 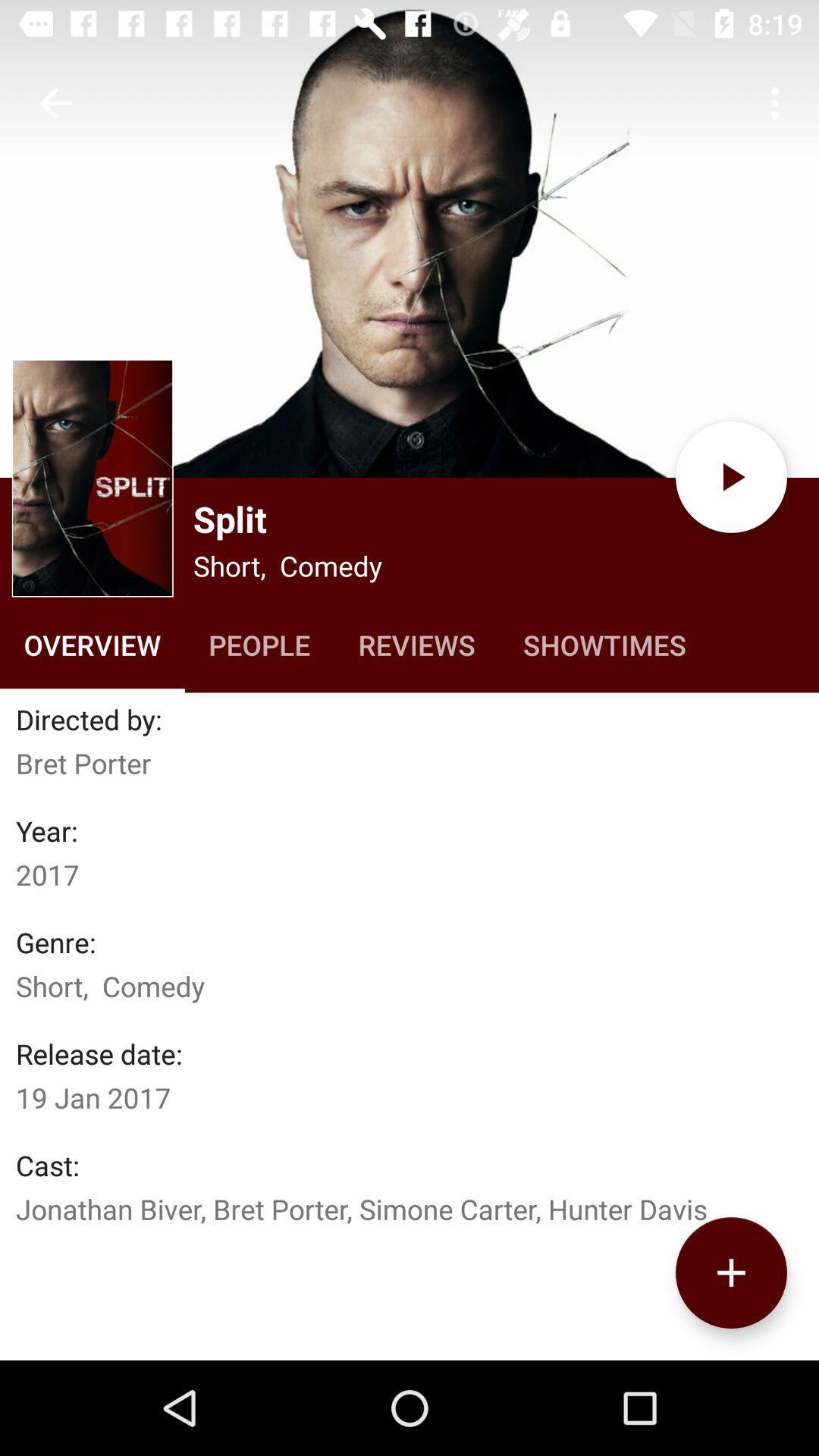 What do you see at coordinates (730, 1272) in the screenshot?
I see `the icon at the bottom right corner` at bounding box center [730, 1272].